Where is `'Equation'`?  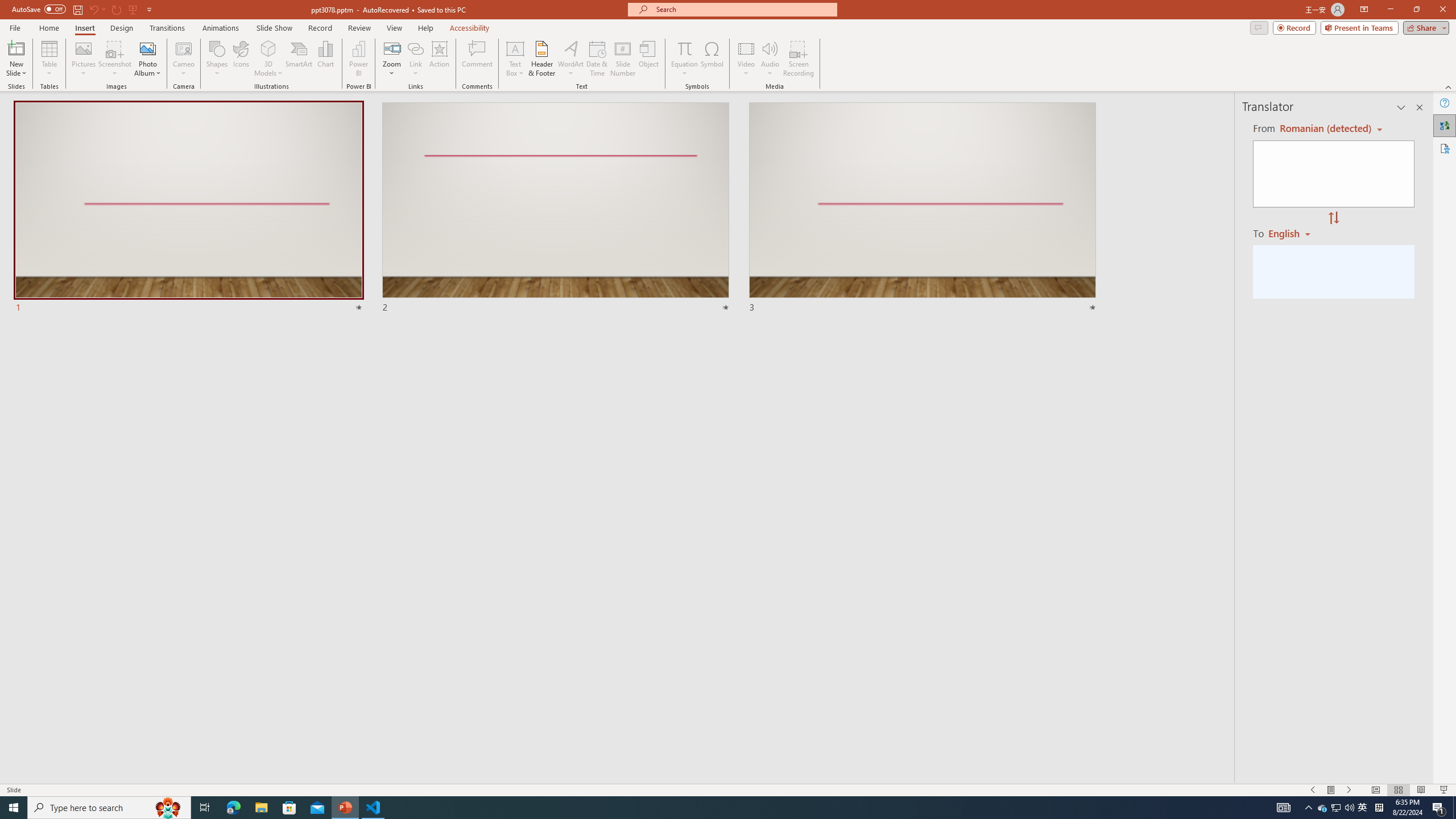
'Equation' is located at coordinates (684, 59).